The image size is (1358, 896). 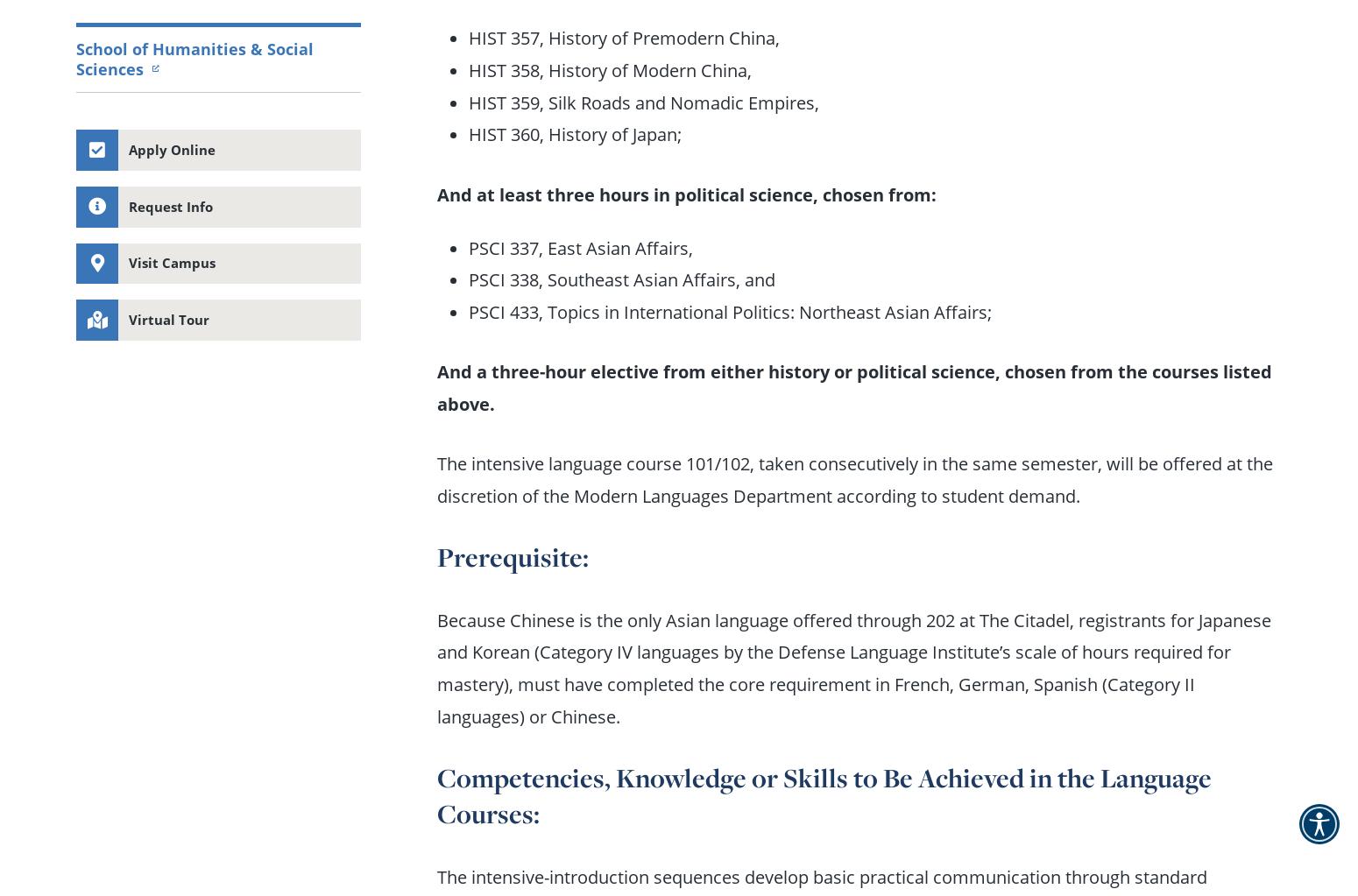 What do you see at coordinates (435, 667) in the screenshot?
I see `'Because Chinese is the only Asian language offered through 202 at The Citadel, registrants for Japanese and Korean (Category IV languages by the Defense Language Institute’s scale of hours required for mastery), must have completed the core requirement in French, German, Spanish (Category II languages) or Chinese.'` at bounding box center [435, 667].